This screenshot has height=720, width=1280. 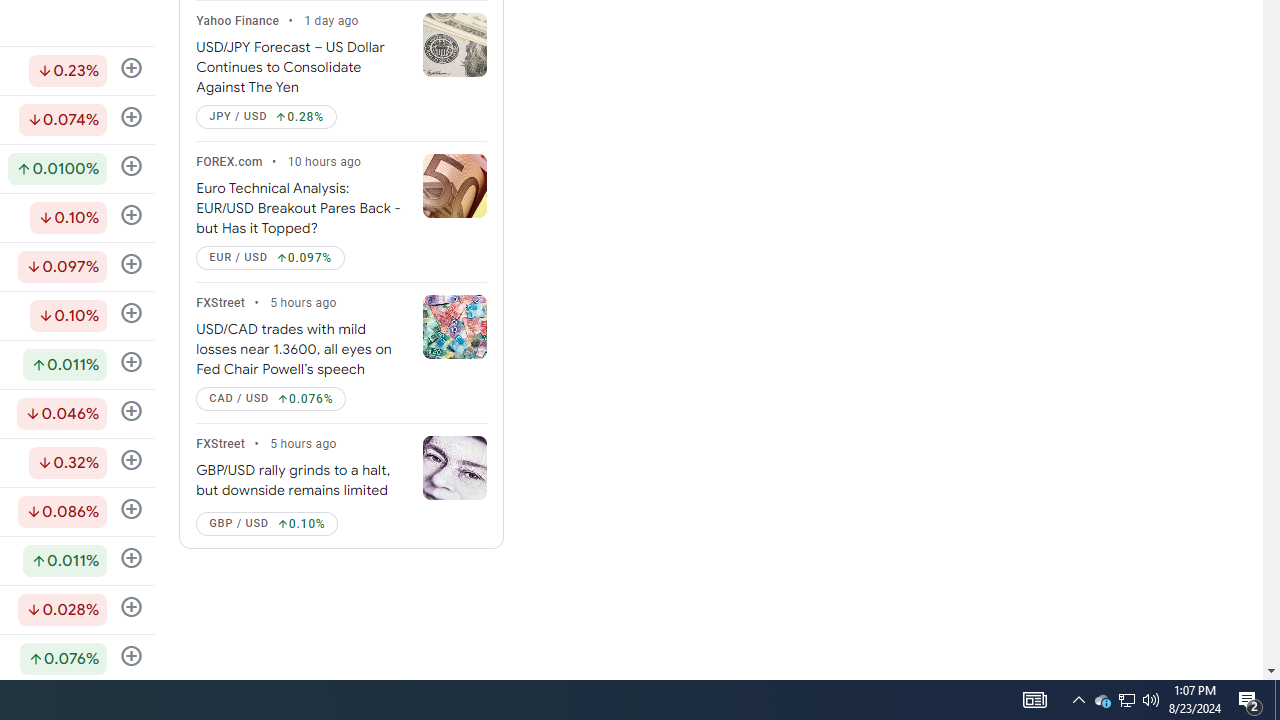 I want to click on 'JPY / USD Up by 0.22%', so click(x=265, y=117).